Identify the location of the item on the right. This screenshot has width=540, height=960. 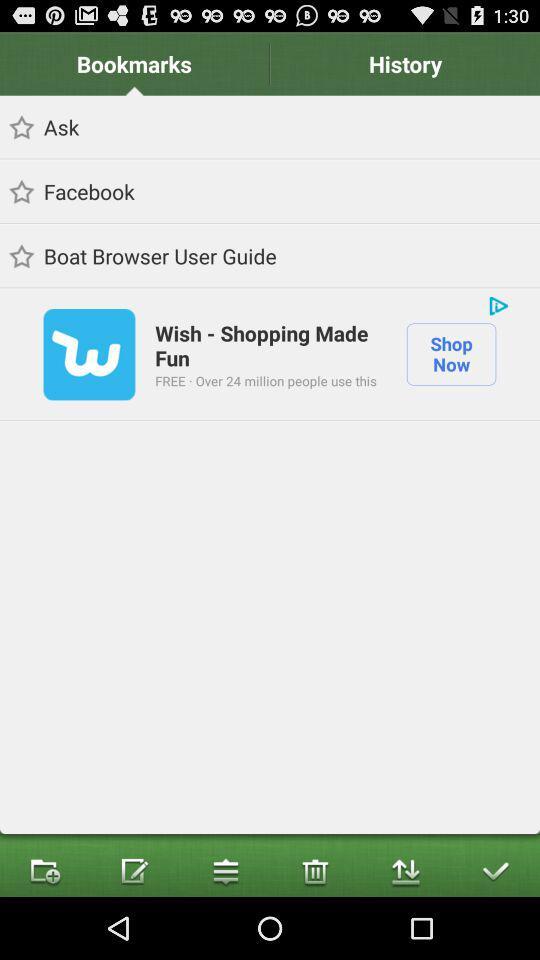
(451, 354).